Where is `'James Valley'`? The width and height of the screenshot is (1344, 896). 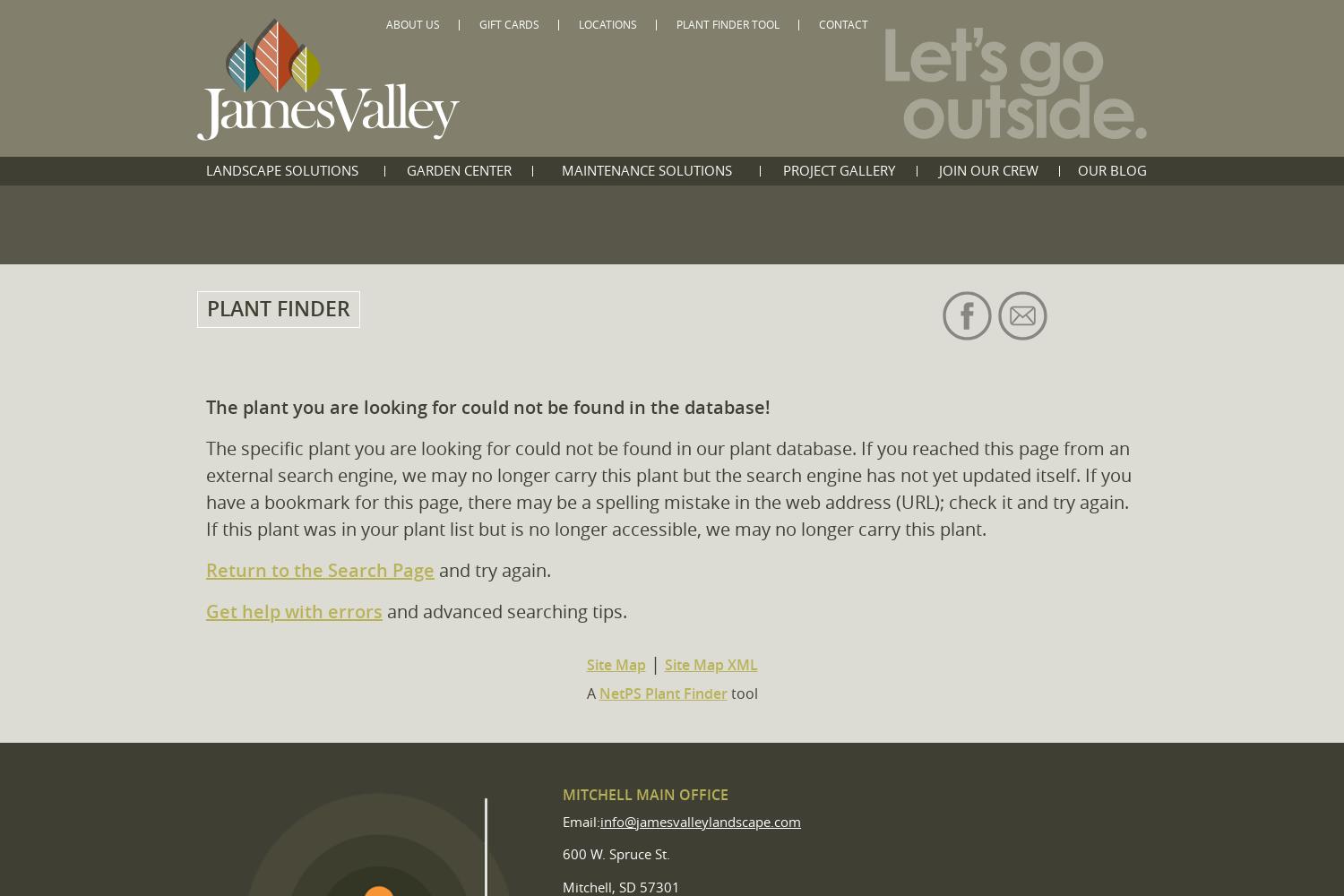 'James Valley' is located at coordinates (515, 31).